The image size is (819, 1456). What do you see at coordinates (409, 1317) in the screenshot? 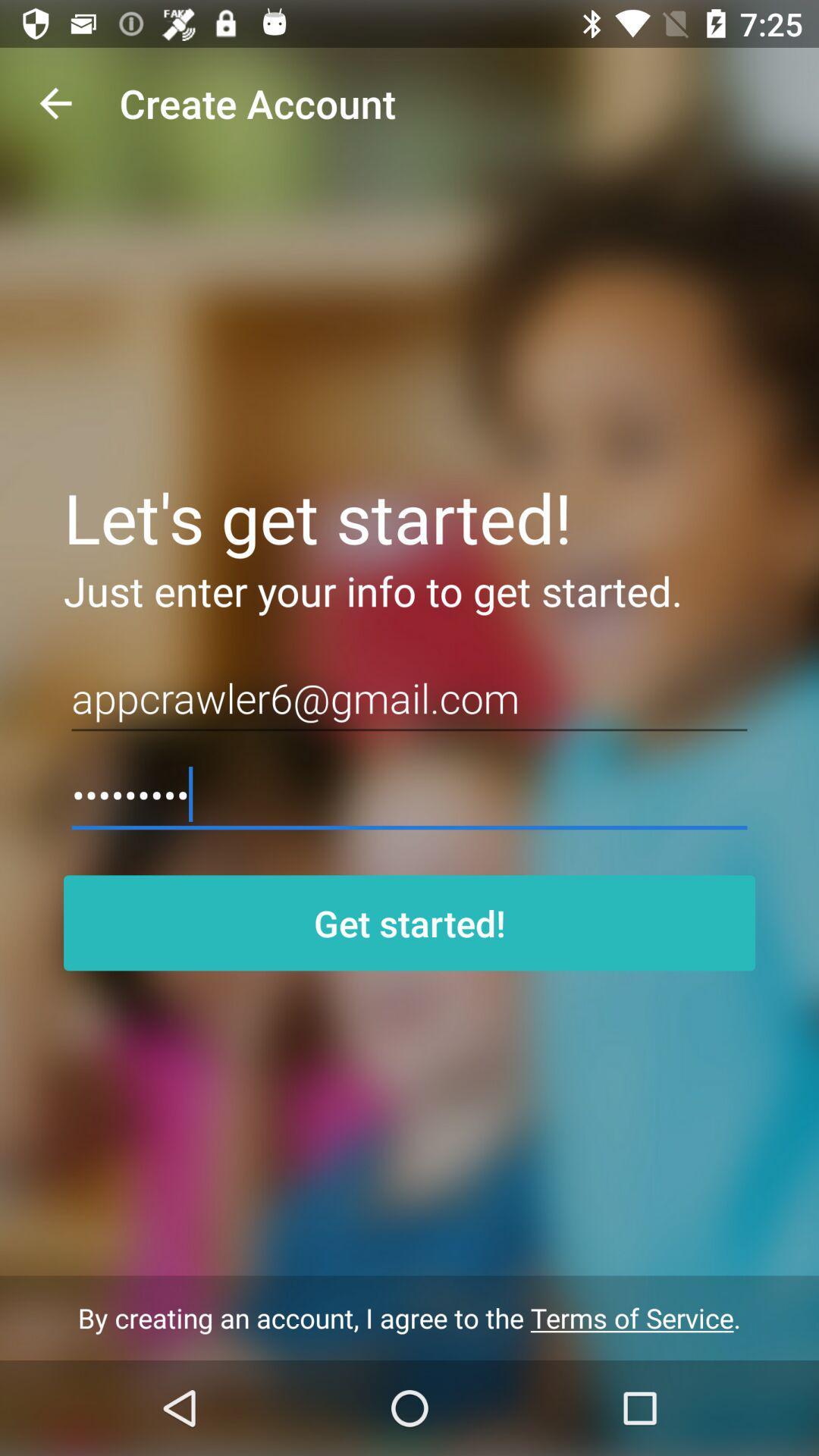
I see `by creating an` at bounding box center [409, 1317].